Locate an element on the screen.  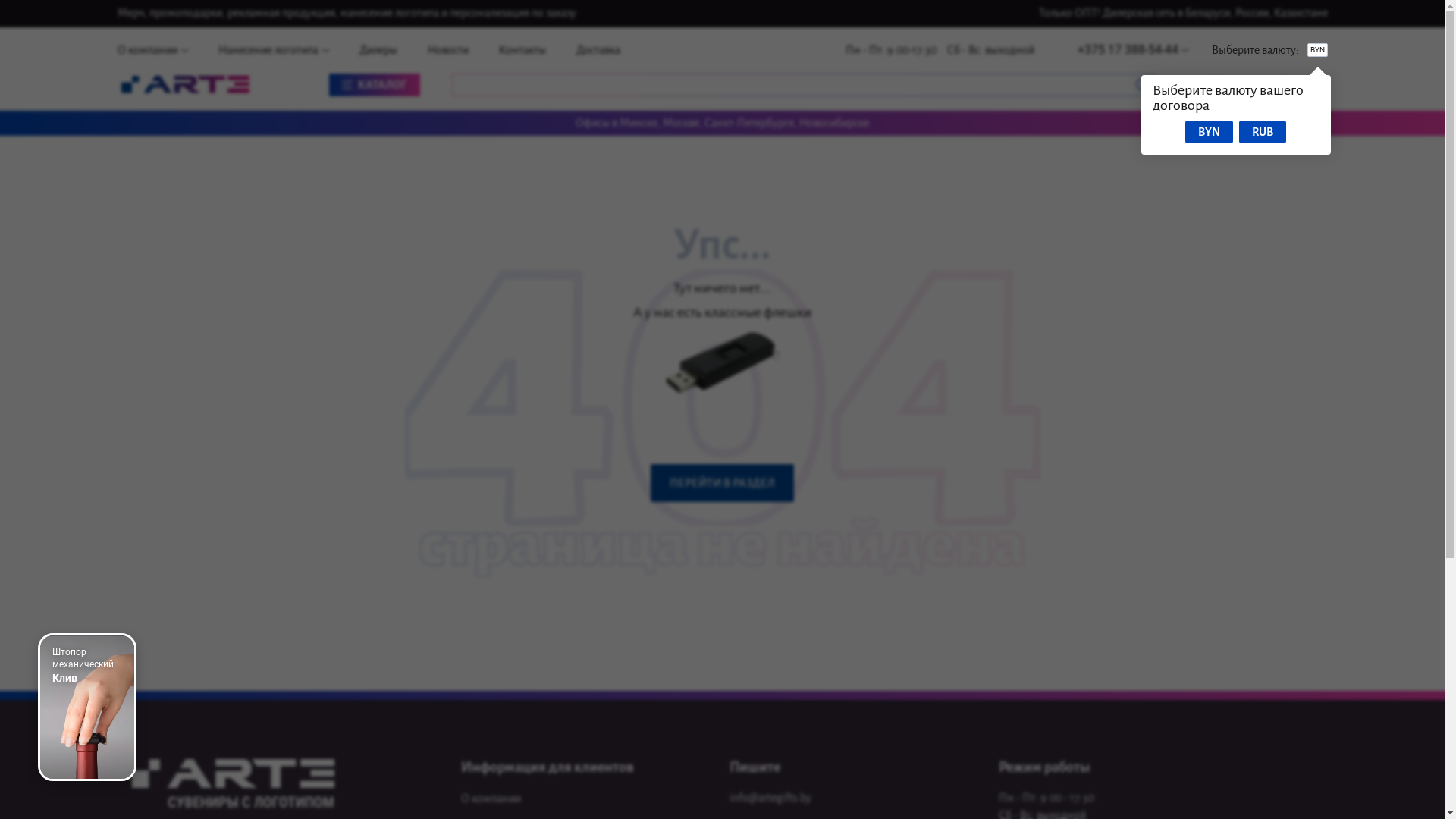
'RUB' is located at coordinates (1263, 130).